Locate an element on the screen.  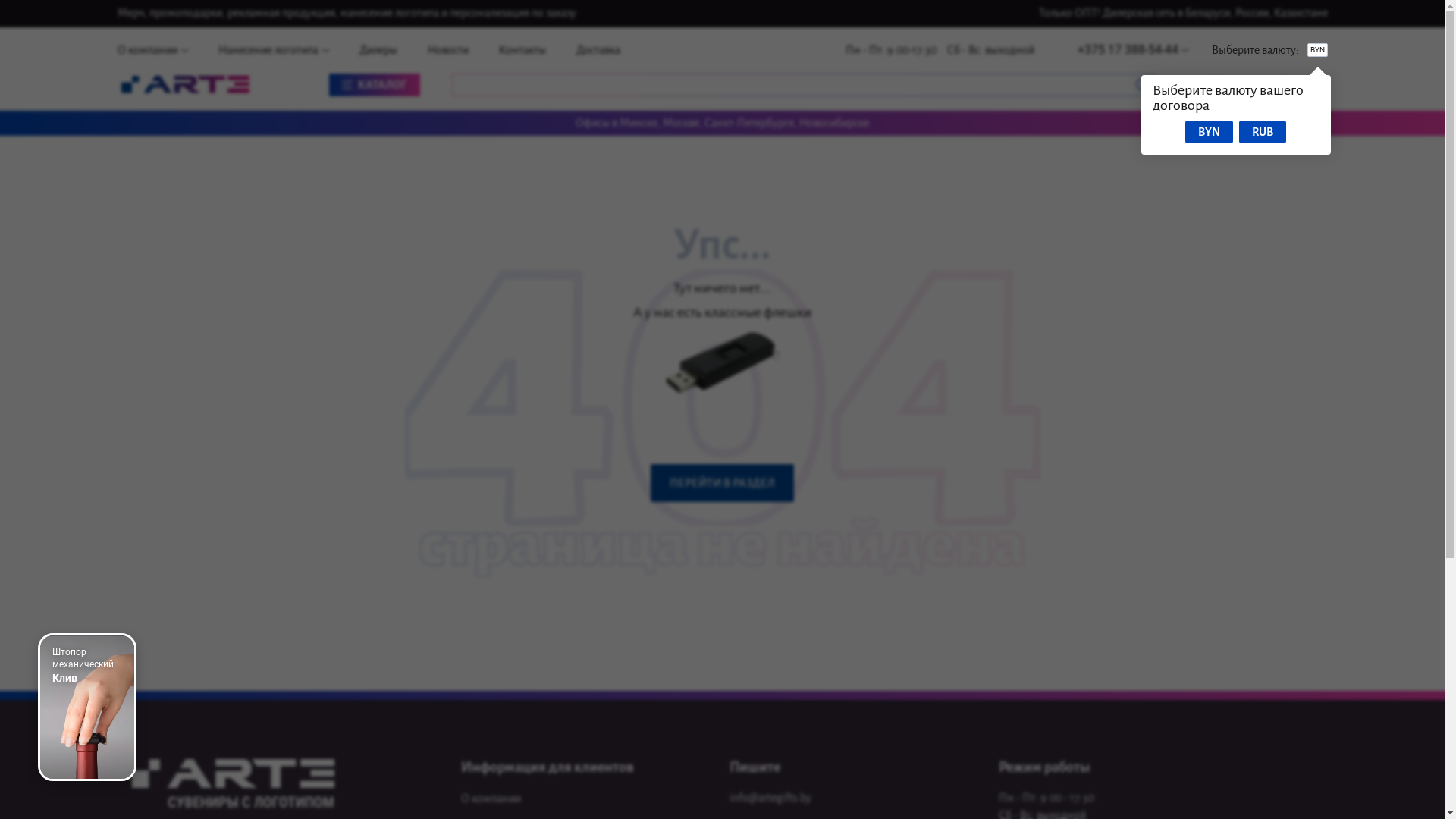
'RUB' is located at coordinates (1263, 130).